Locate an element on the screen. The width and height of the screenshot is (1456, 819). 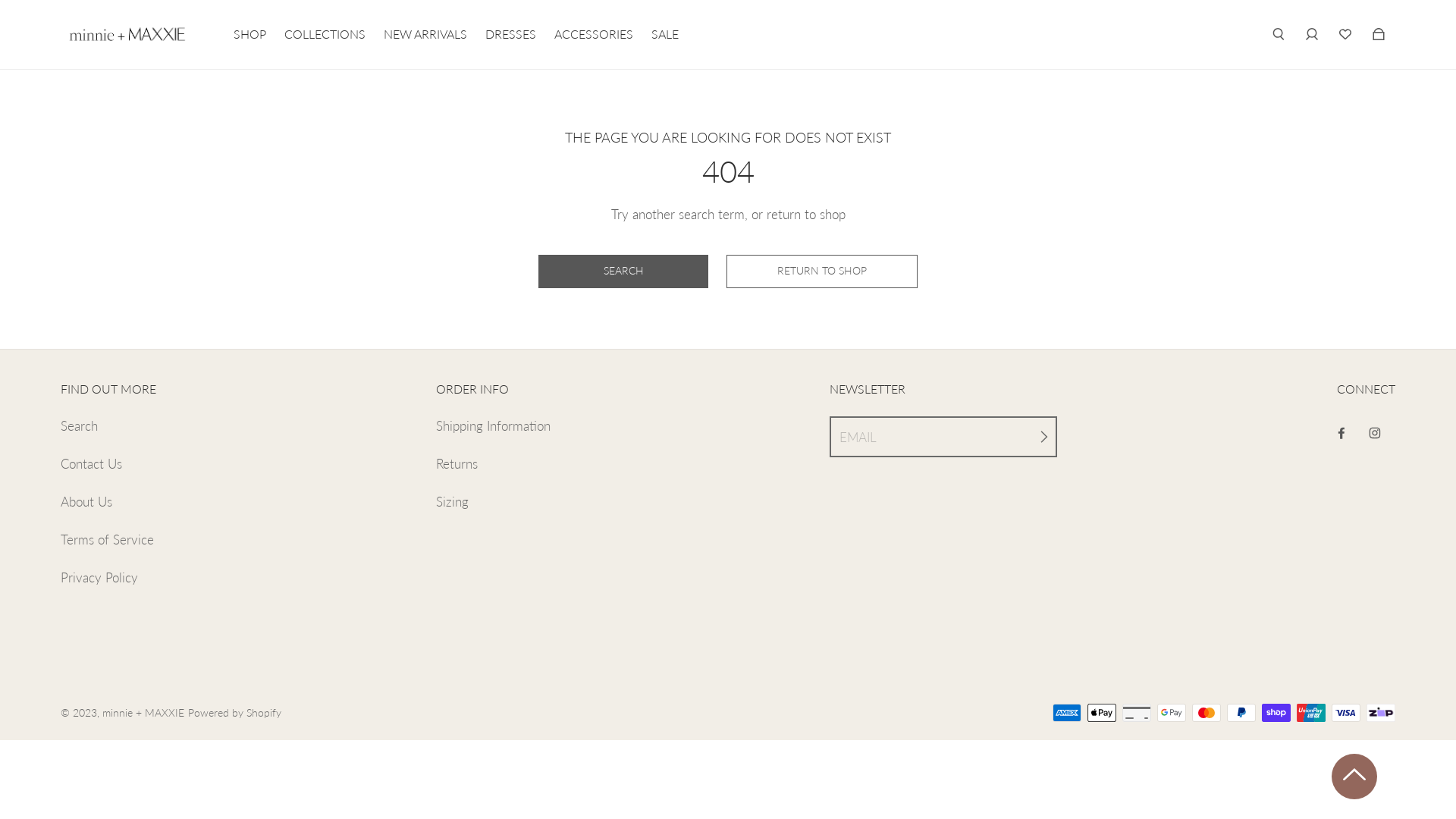
'SALE' is located at coordinates (665, 34).